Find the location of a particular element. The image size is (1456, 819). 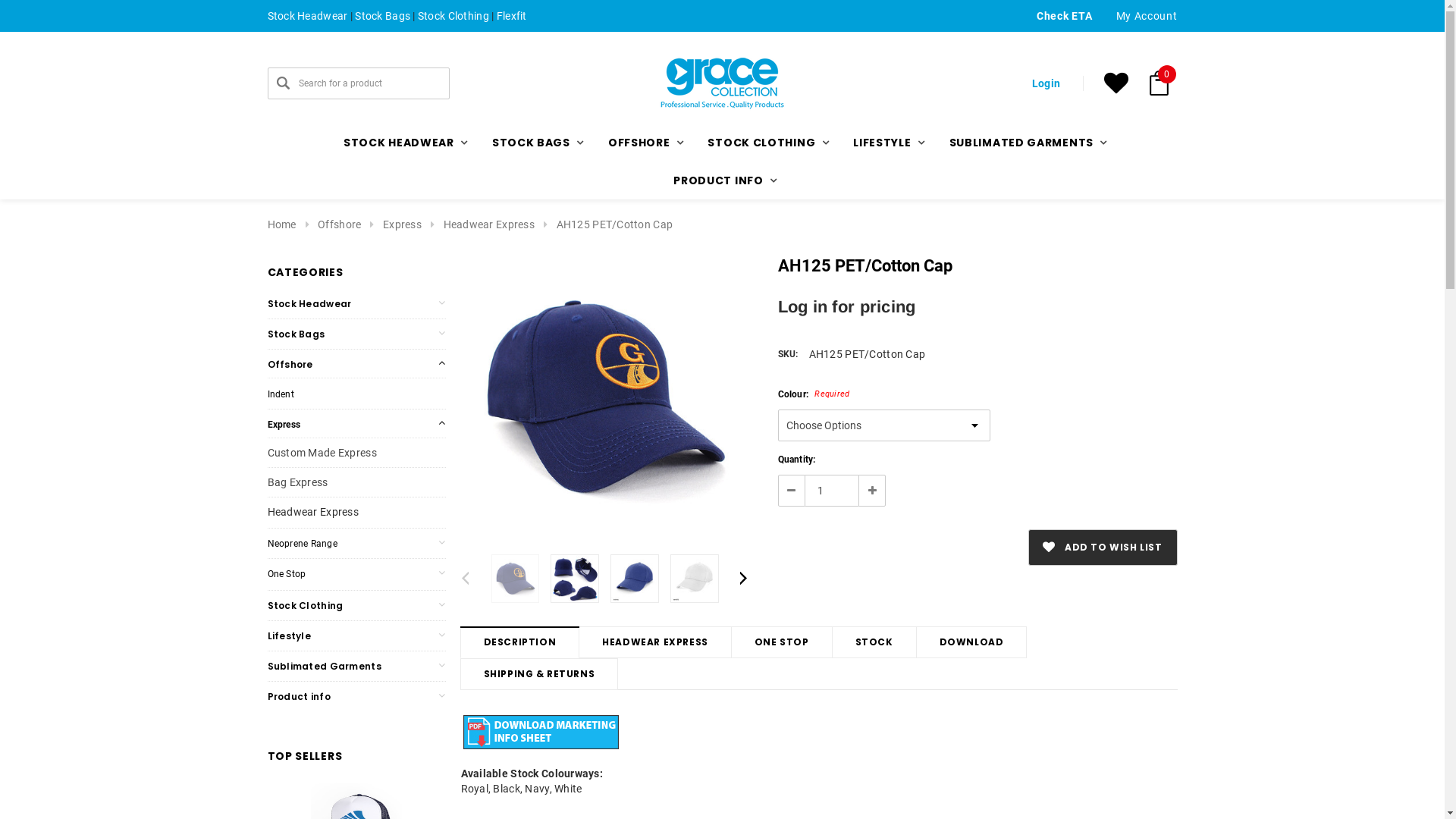

'Home' is located at coordinates (281, 224).